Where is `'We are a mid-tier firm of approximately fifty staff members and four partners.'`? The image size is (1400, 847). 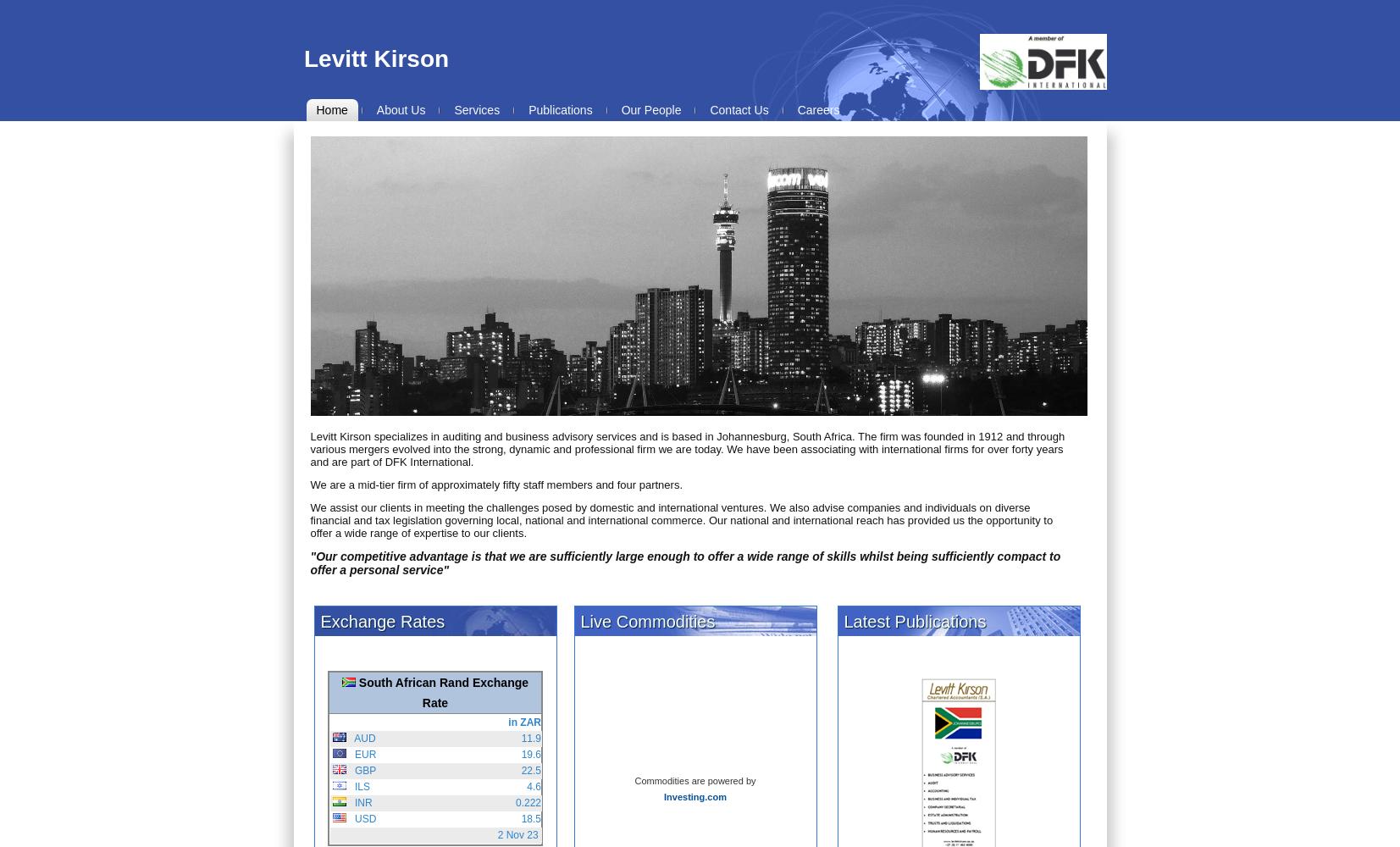 'We are a mid-tier firm of approximately fifty staff members and four partners.' is located at coordinates (308, 484).